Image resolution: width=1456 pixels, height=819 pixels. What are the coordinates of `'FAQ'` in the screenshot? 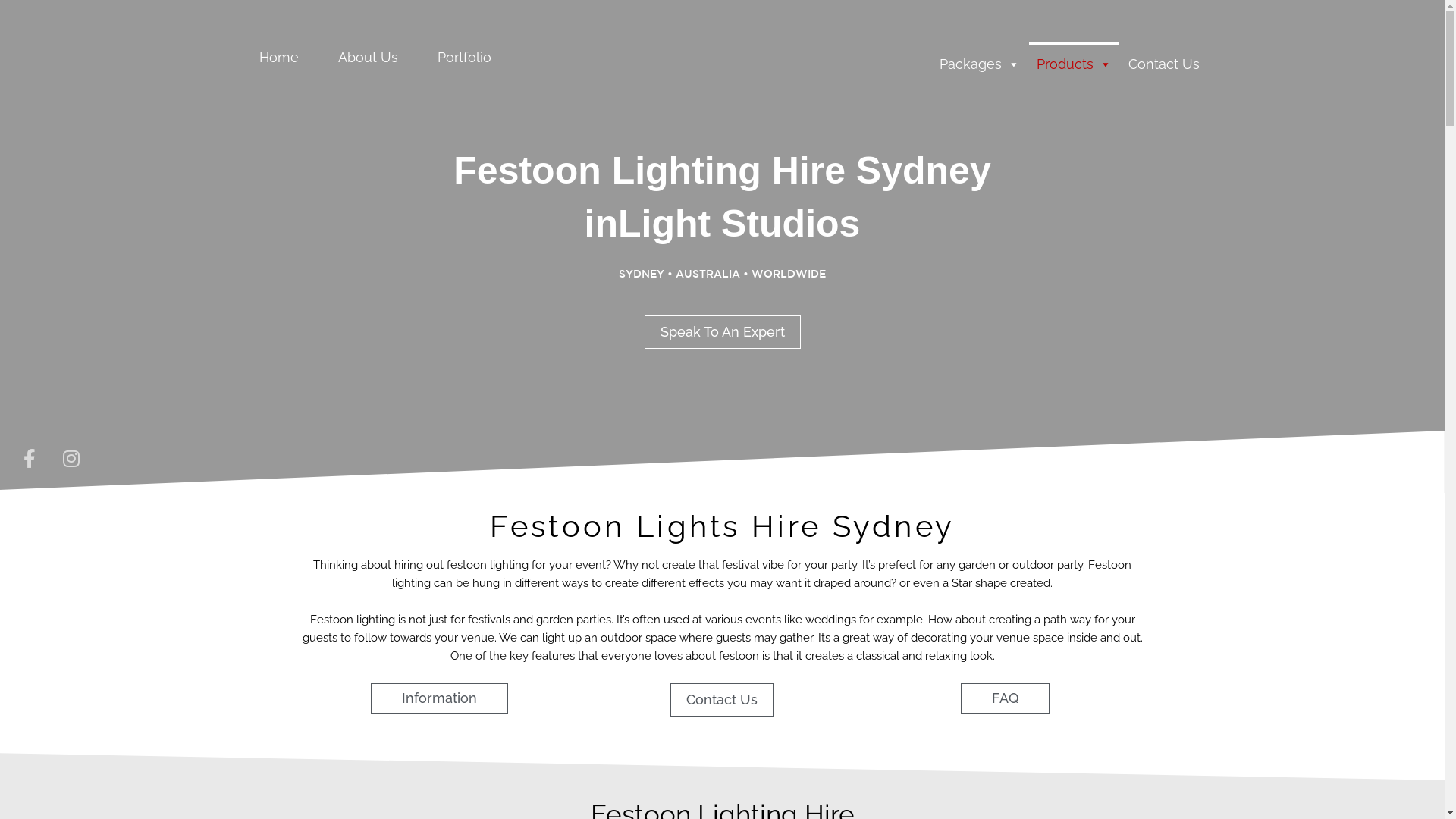 It's located at (1005, 698).